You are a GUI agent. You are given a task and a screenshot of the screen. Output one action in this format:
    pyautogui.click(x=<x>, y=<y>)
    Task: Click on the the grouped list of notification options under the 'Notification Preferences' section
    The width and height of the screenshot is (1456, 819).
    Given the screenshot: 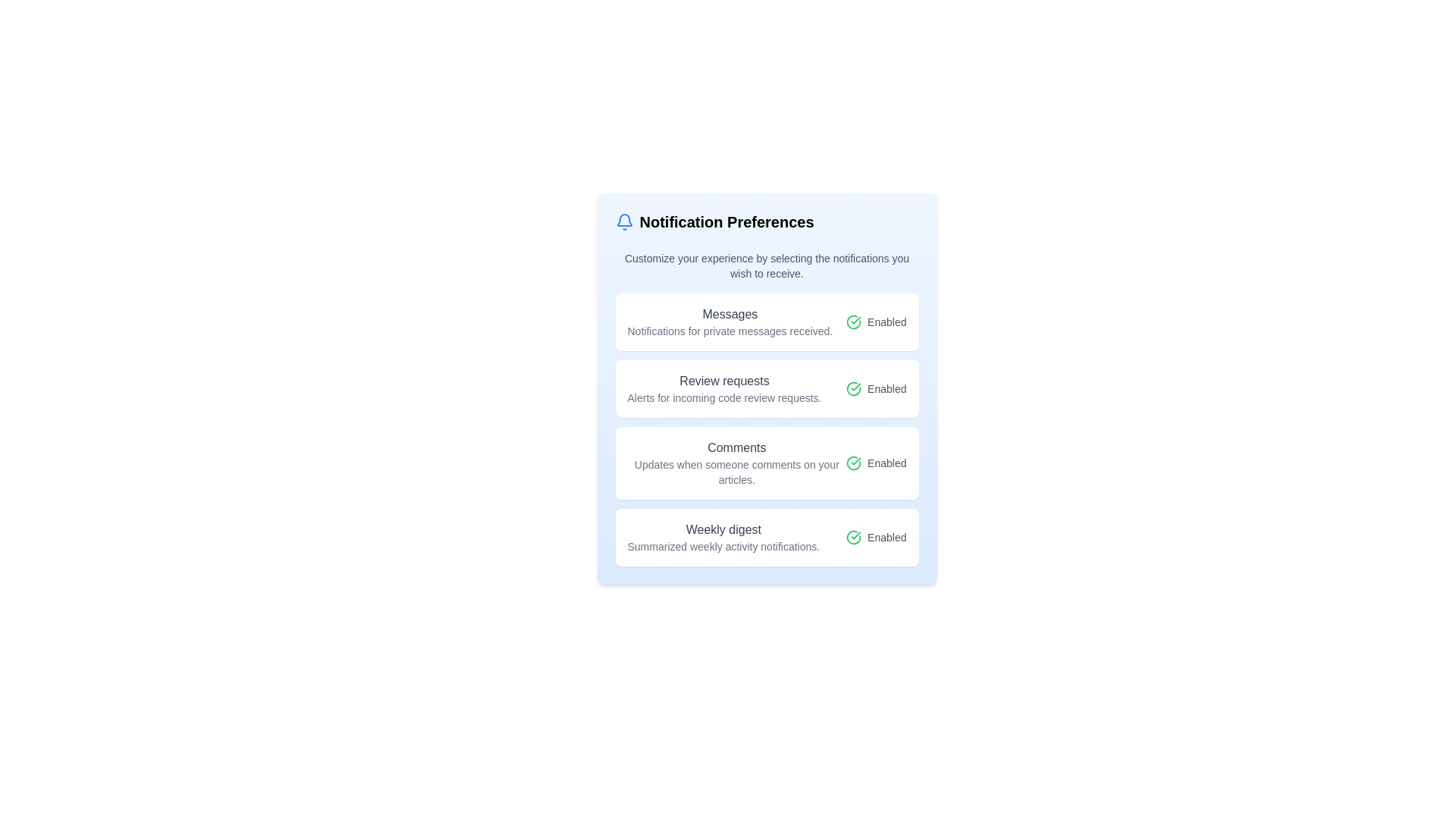 What is the action you would take?
    pyautogui.click(x=767, y=430)
    